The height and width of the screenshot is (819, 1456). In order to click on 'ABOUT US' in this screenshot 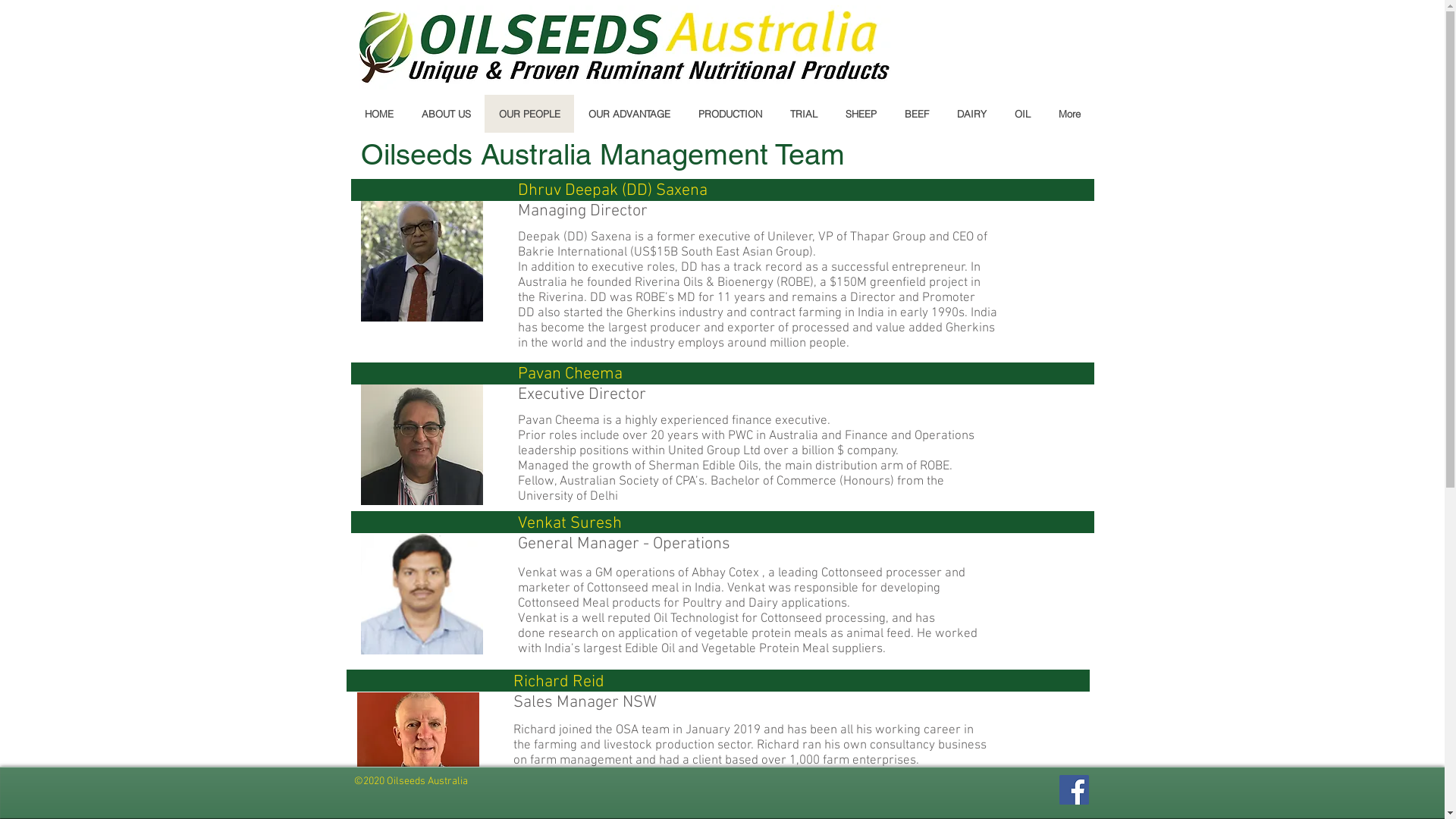, I will do `click(444, 113)`.